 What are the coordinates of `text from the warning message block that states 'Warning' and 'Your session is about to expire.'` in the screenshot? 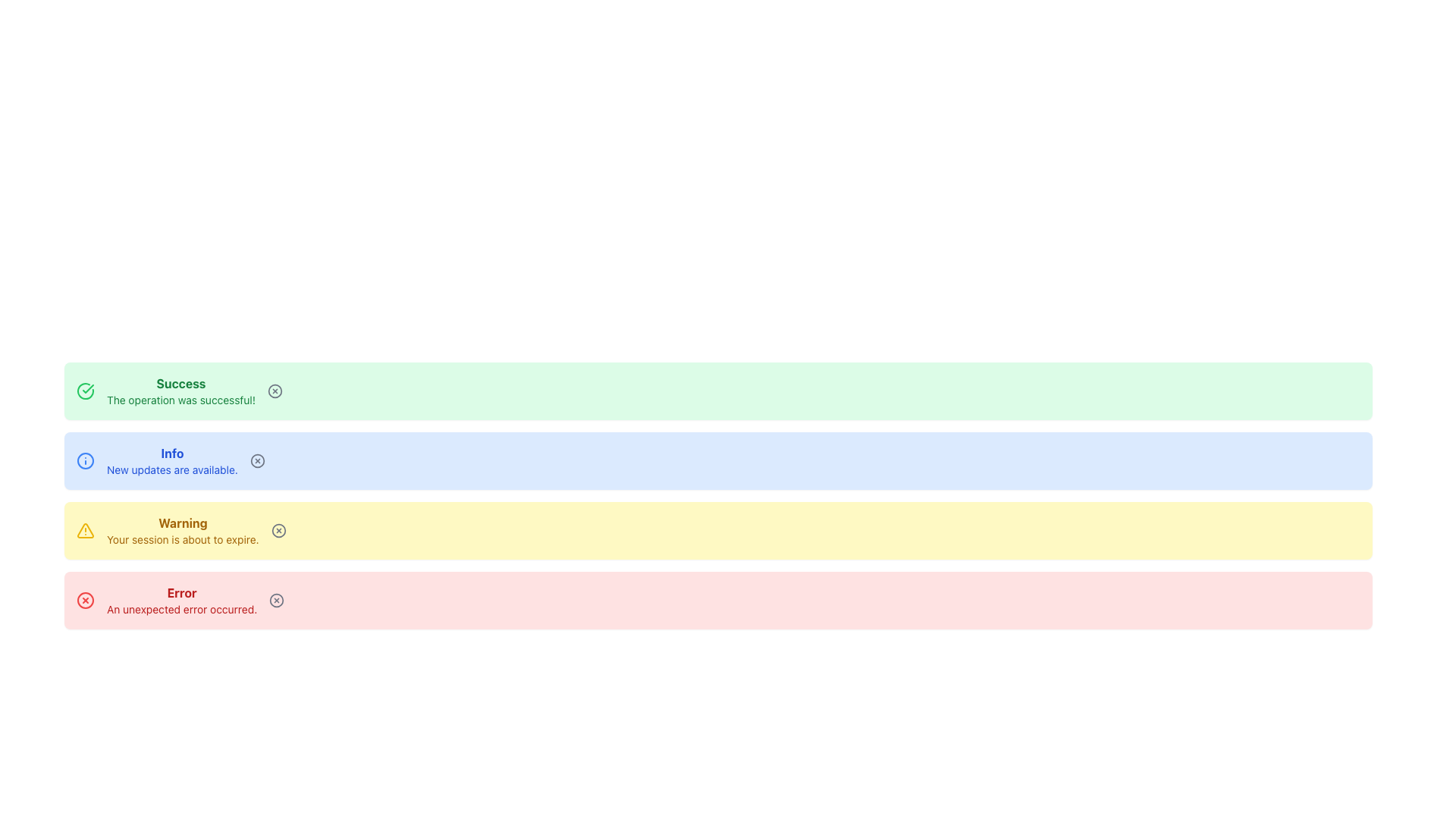 It's located at (182, 529).